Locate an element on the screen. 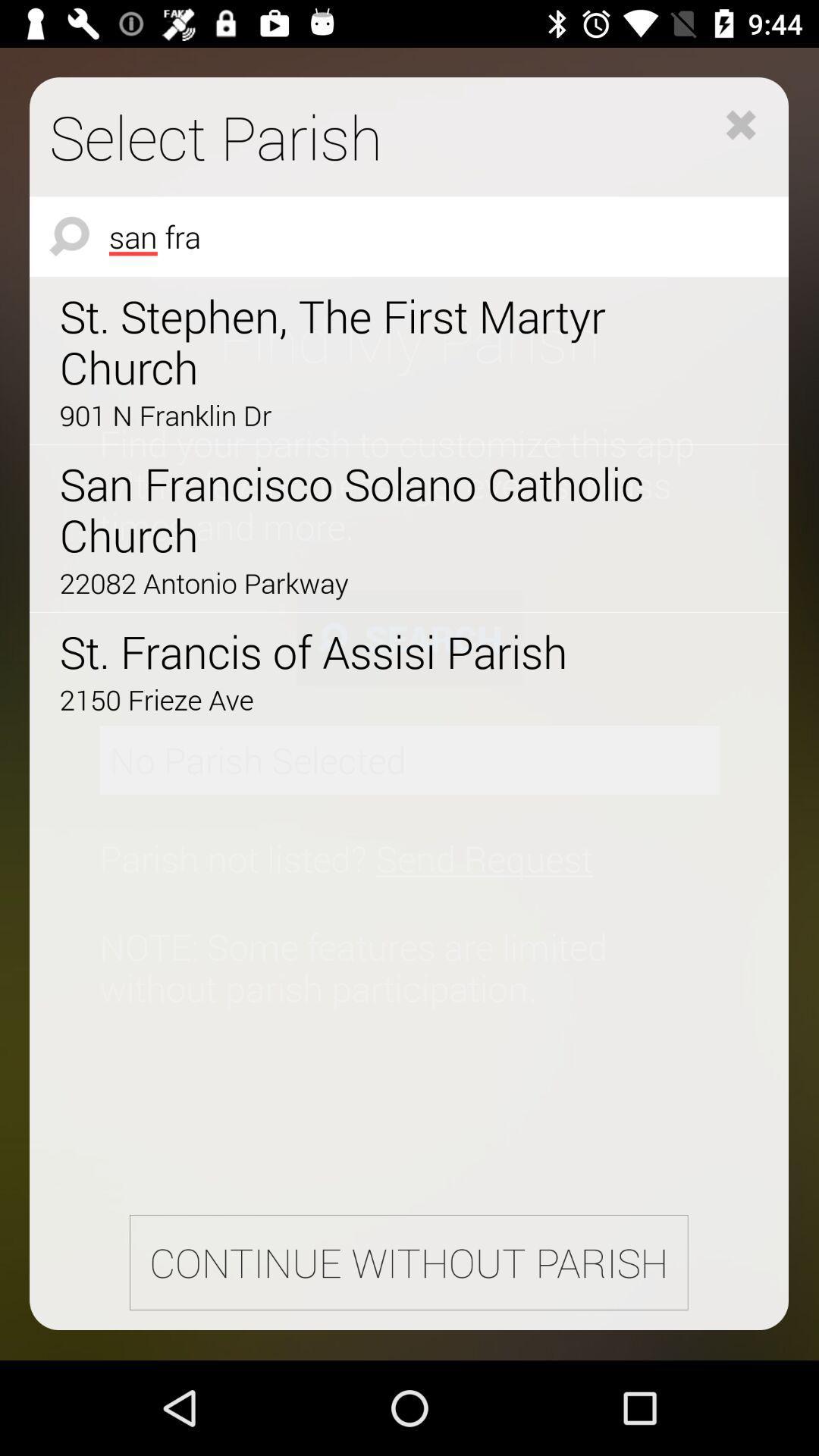  item below 2150 frieze ave icon is located at coordinates (408, 1263).